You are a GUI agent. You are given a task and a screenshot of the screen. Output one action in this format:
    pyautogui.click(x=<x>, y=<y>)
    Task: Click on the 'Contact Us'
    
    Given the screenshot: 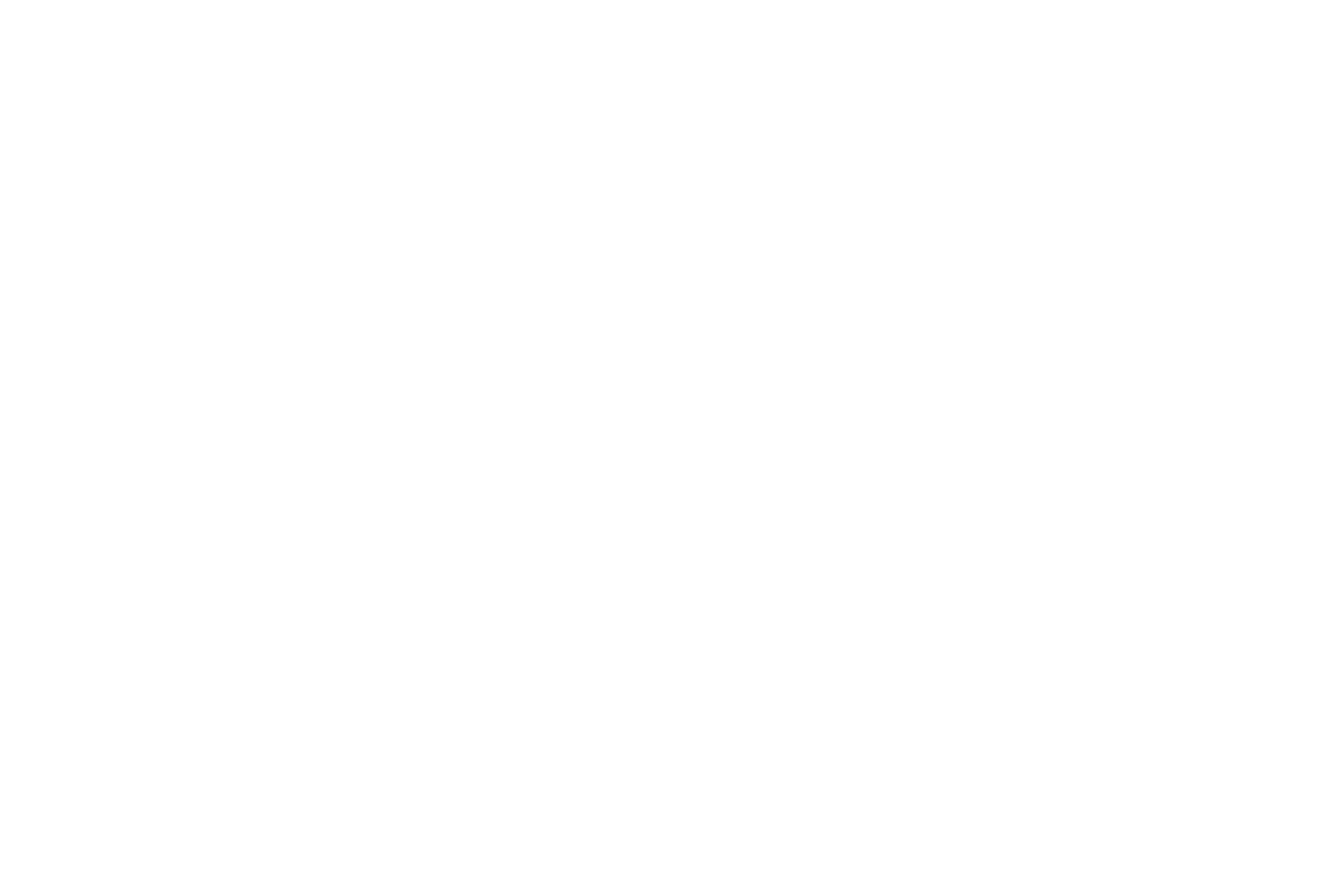 What is the action you would take?
    pyautogui.click(x=461, y=724)
    